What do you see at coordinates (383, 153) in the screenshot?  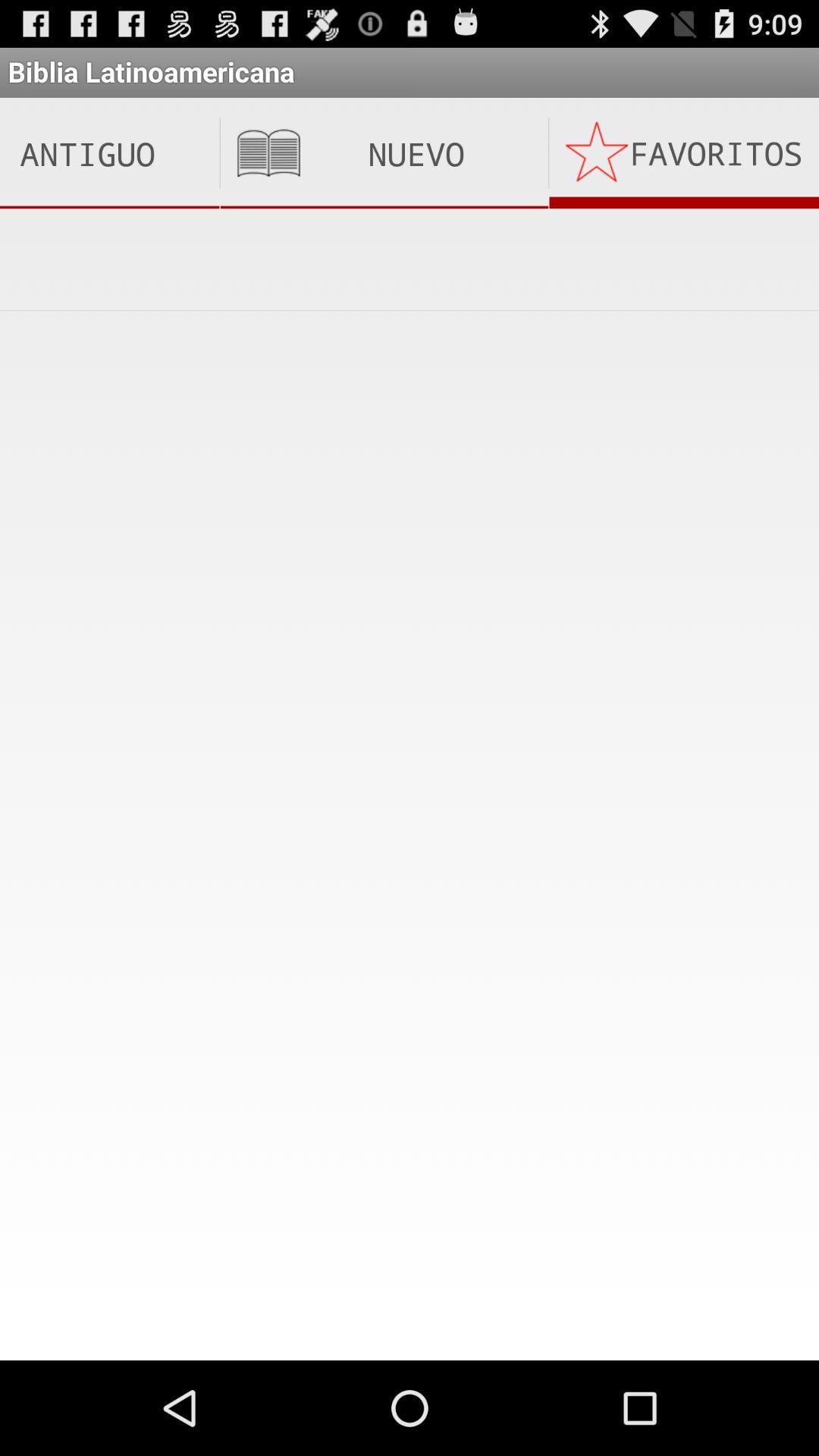 I see `item next to the favoritos` at bounding box center [383, 153].